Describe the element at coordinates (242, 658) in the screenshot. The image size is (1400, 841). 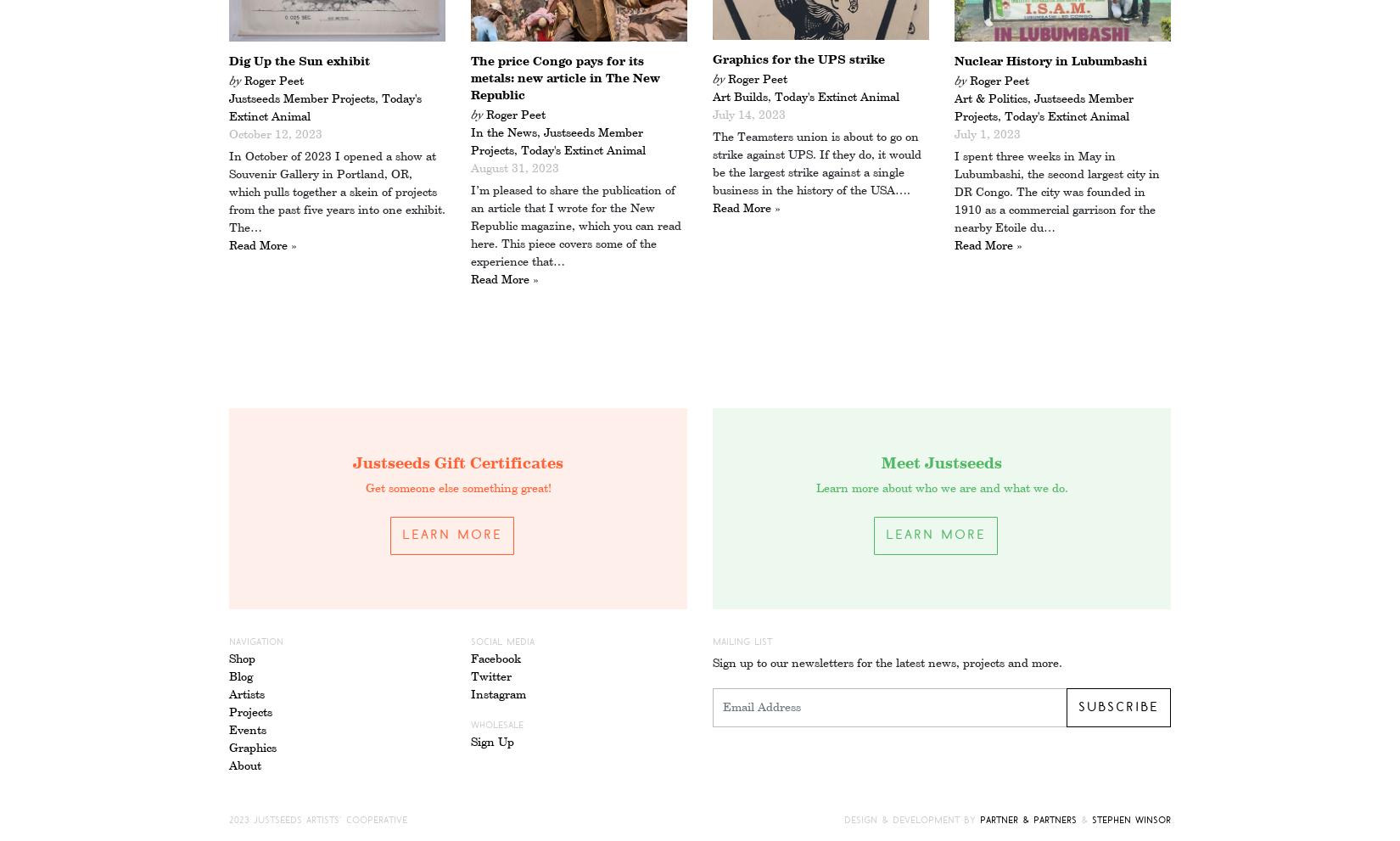
I see `'Shop'` at that location.